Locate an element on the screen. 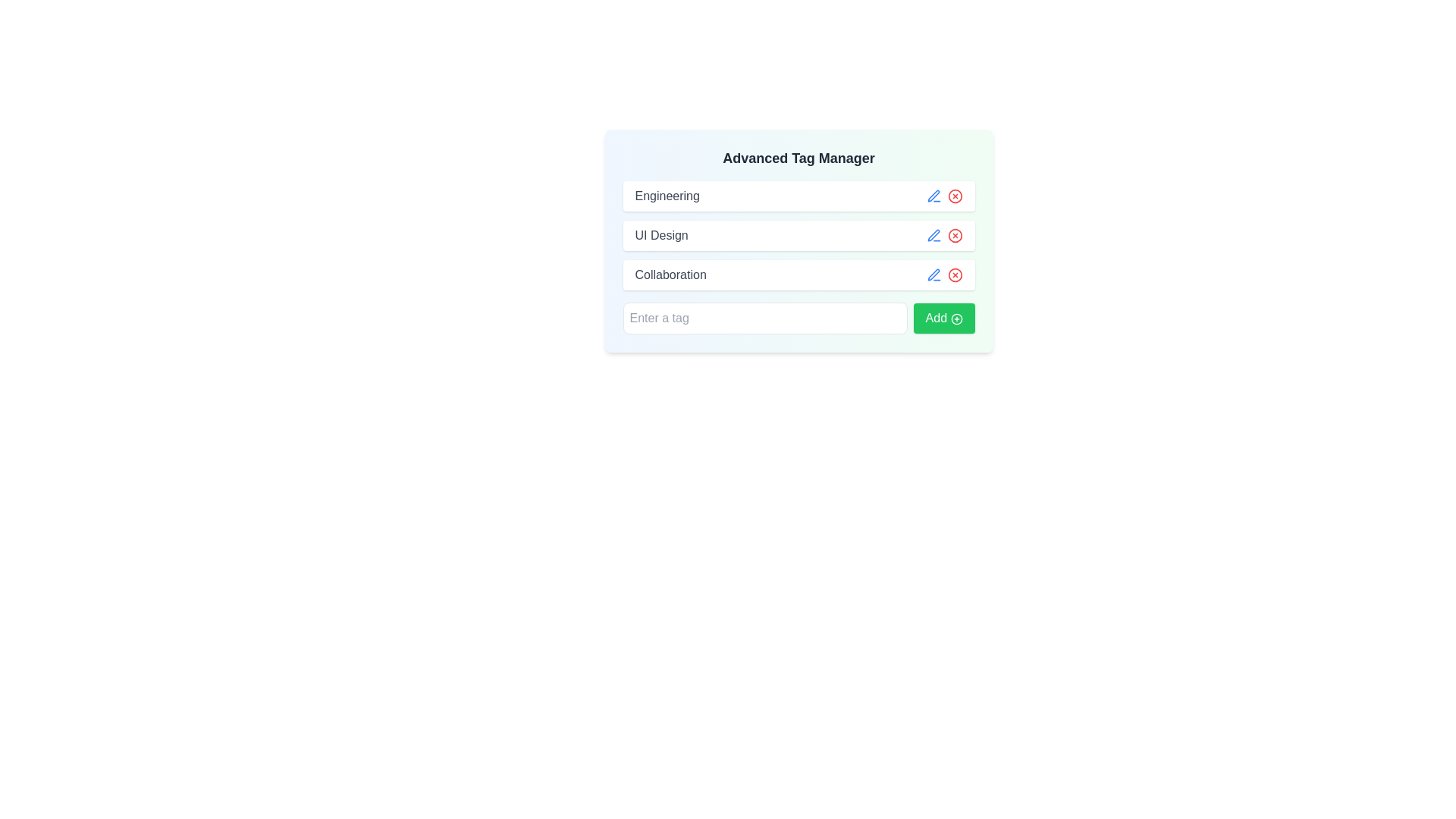 The image size is (1456, 819). the text label 'UI Design' located in the second row of the tag list in the Advanced Tag Manager interface is located at coordinates (661, 236).